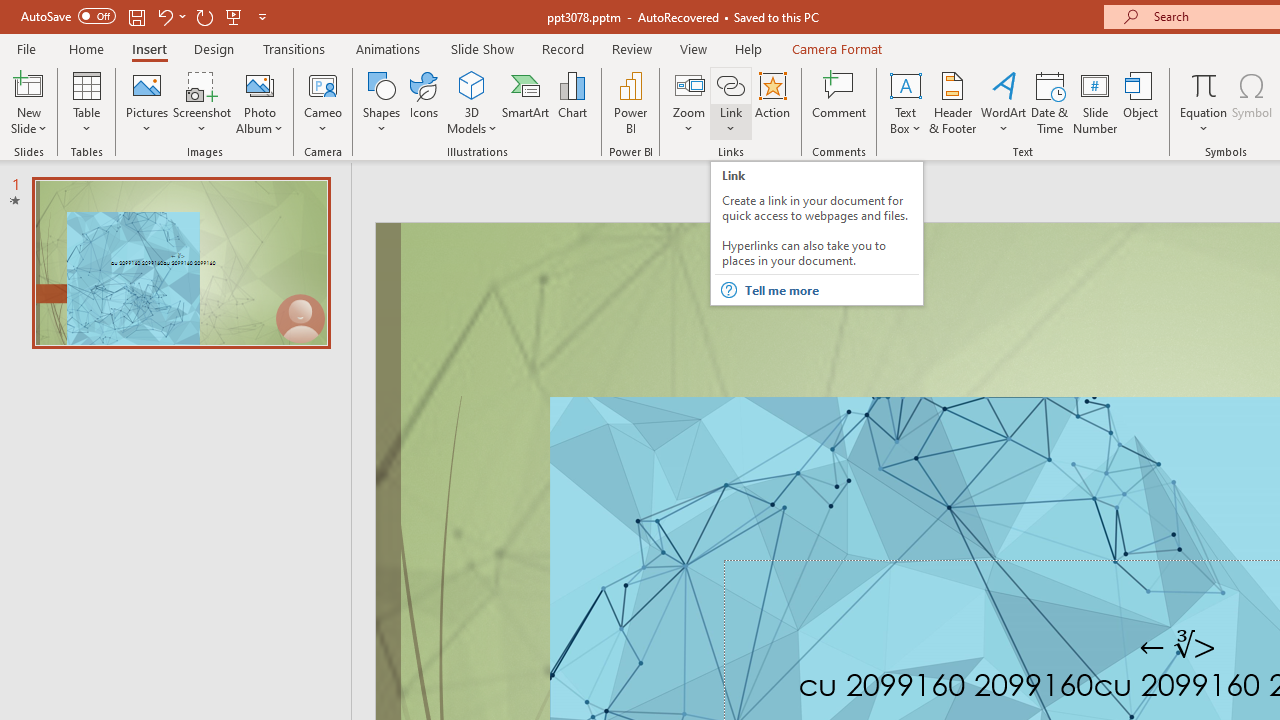  What do you see at coordinates (234, 16) in the screenshot?
I see `'From Beginning'` at bounding box center [234, 16].